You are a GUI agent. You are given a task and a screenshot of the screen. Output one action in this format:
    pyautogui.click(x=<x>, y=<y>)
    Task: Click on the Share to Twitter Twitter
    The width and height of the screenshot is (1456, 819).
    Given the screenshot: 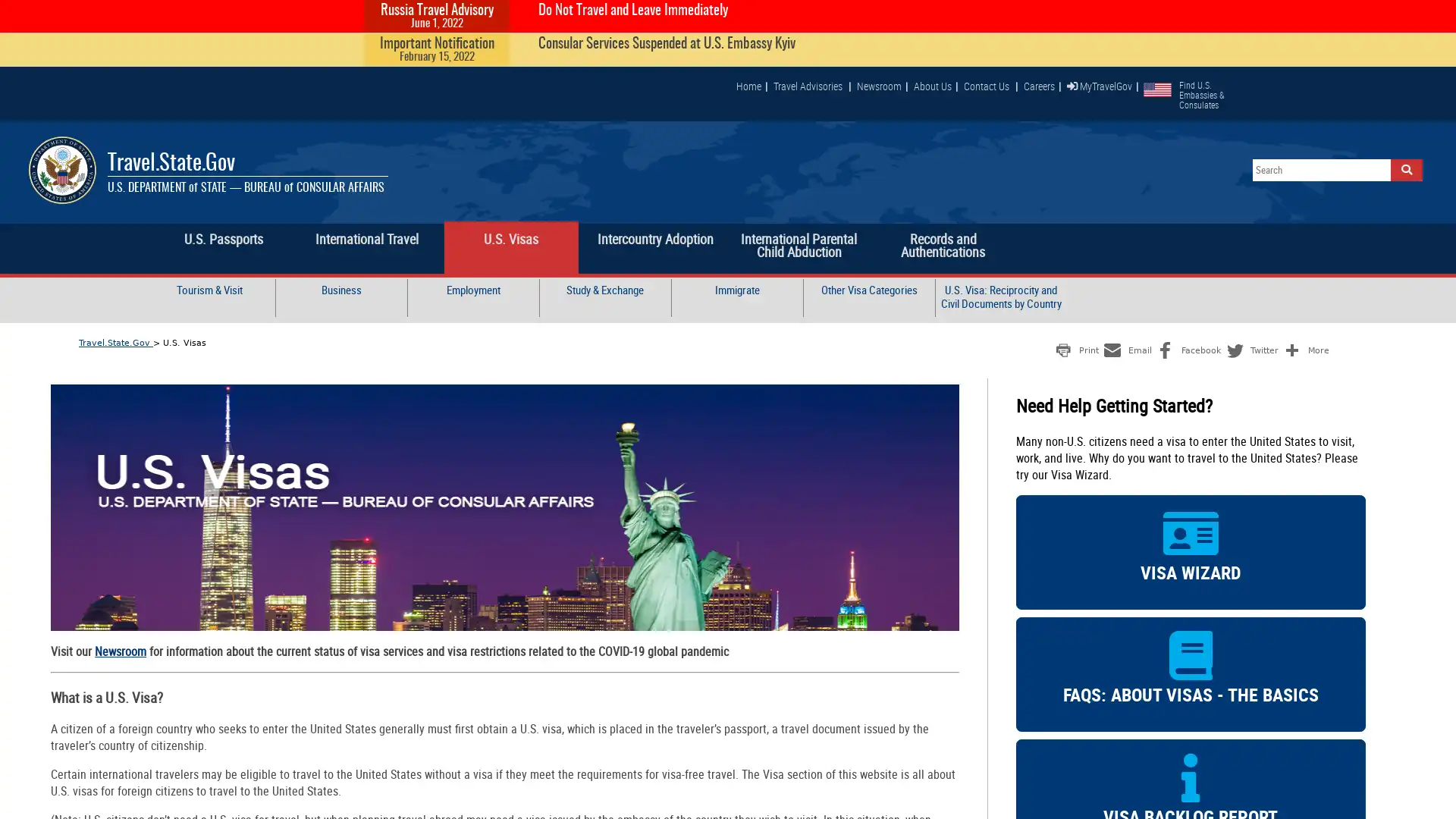 What is the action you would take?
    pyautogui.click(x=1251, y=350)
    